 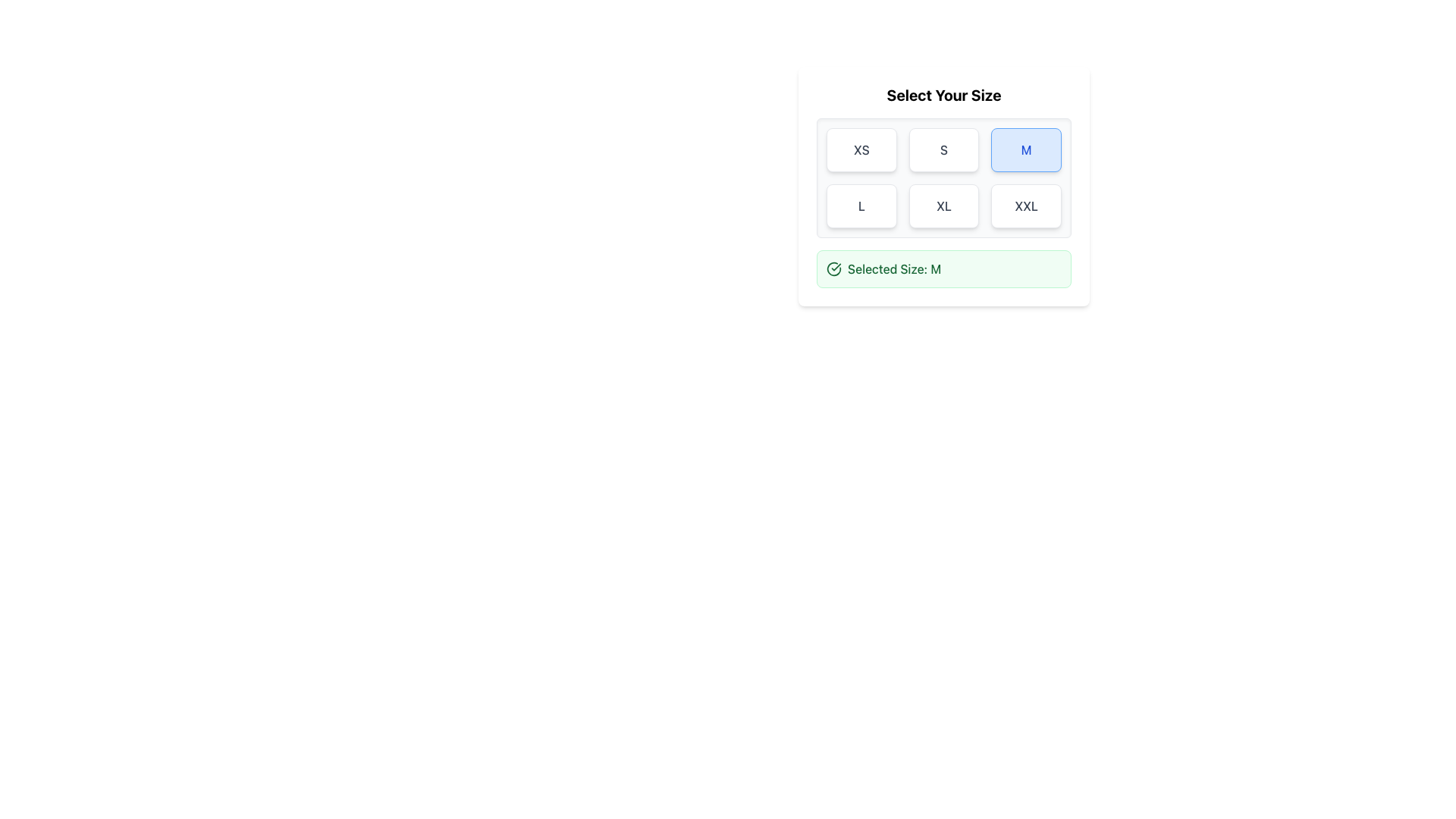 I want to click on the button displaying 'XXL' which is styled with rounded corners and a white background, located in the second row, third column of the size selection grid, so click(x=1026, y=206).